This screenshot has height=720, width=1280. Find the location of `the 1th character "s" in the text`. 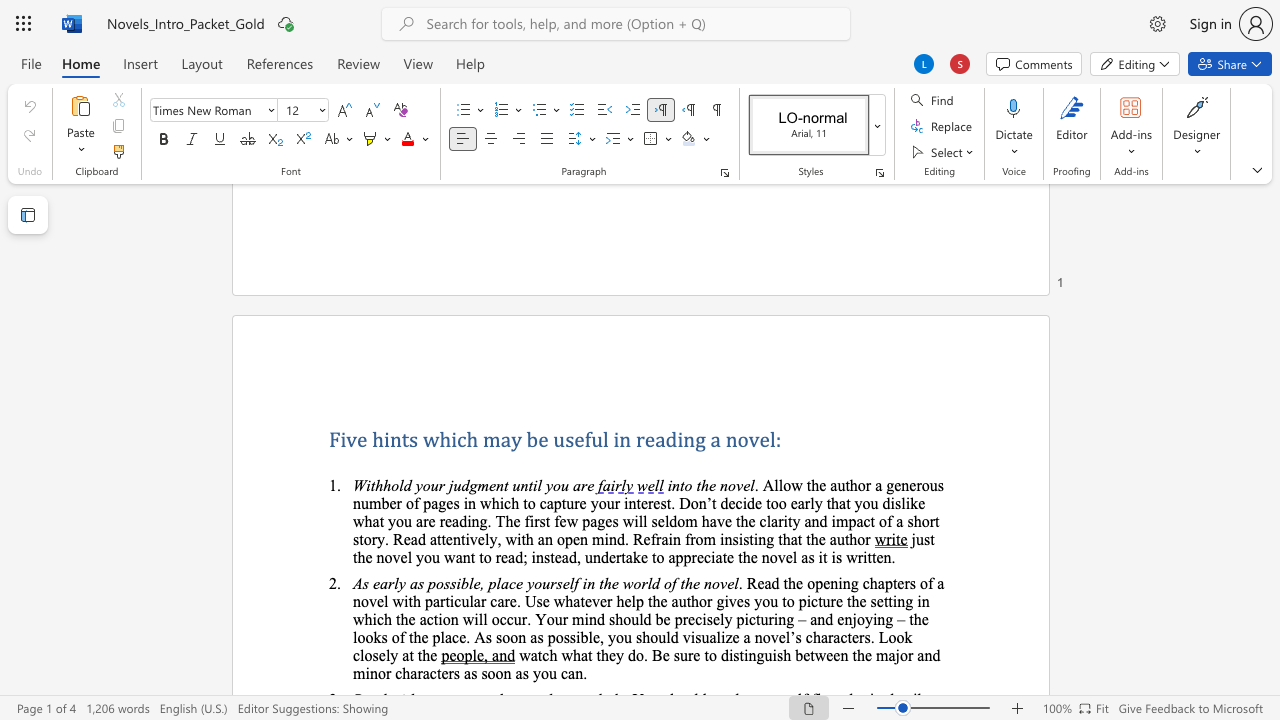

the 1th character "s" in the text is located at coordinates (412, 438).